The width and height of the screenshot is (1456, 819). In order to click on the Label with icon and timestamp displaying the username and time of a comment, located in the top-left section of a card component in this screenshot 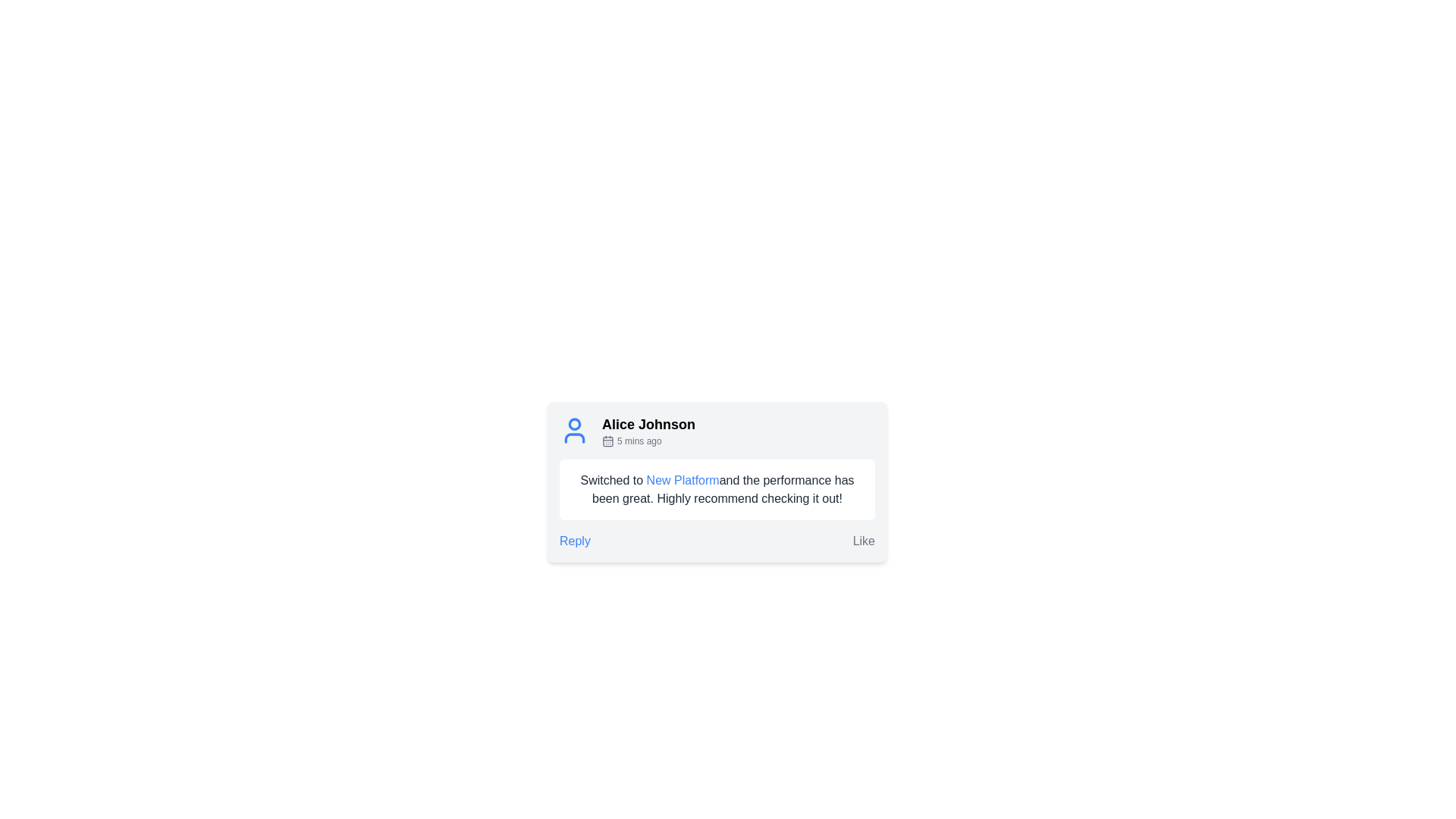, I will do `click(648, 430)`.